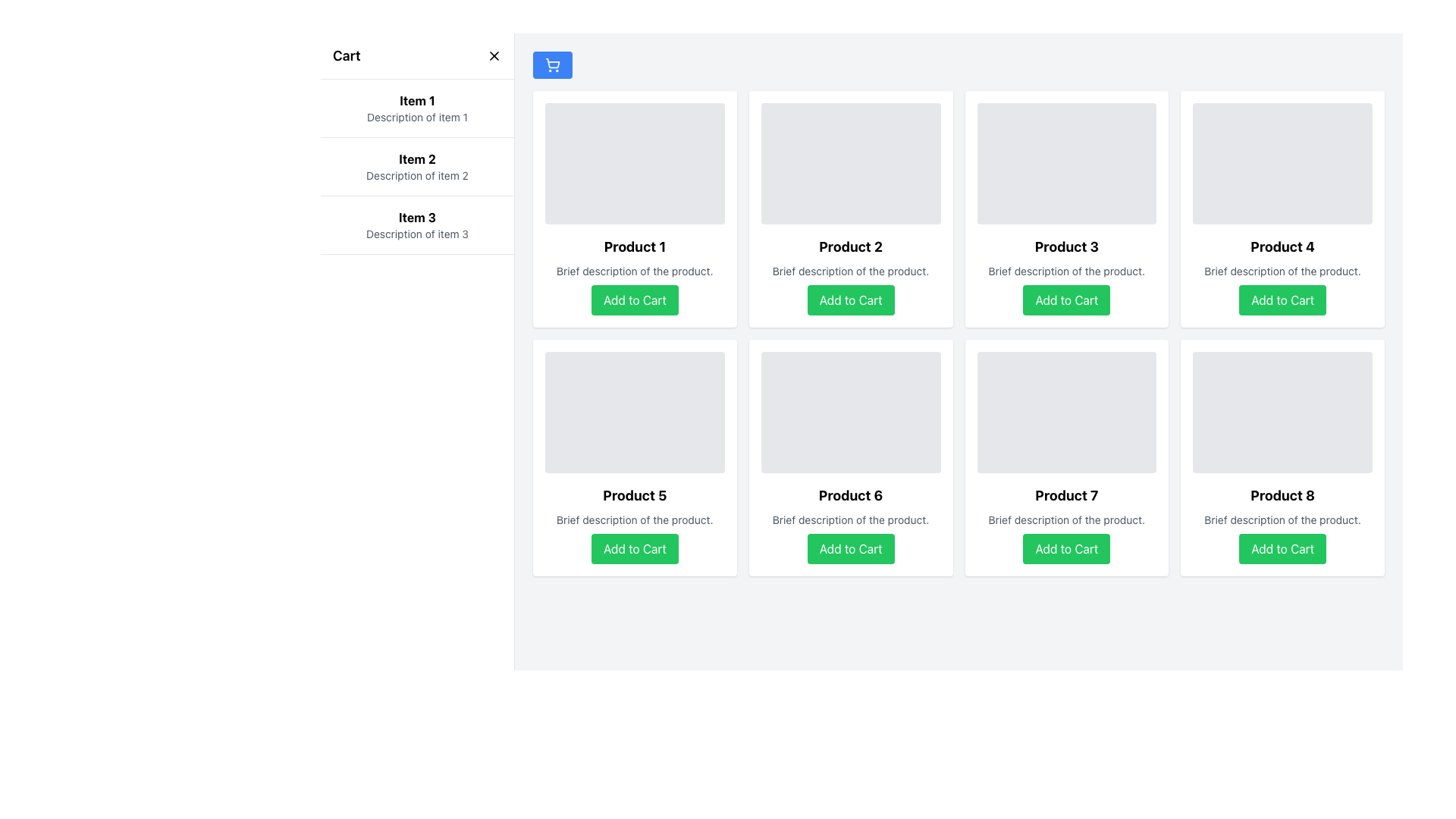  Describe the element at coordinates (494, 55) in the screenshot. I see `the close button icon, which is a small 'X' styled with thin black strokes, located to the right of the 'Cart' label in the header of the cart section` at that location.